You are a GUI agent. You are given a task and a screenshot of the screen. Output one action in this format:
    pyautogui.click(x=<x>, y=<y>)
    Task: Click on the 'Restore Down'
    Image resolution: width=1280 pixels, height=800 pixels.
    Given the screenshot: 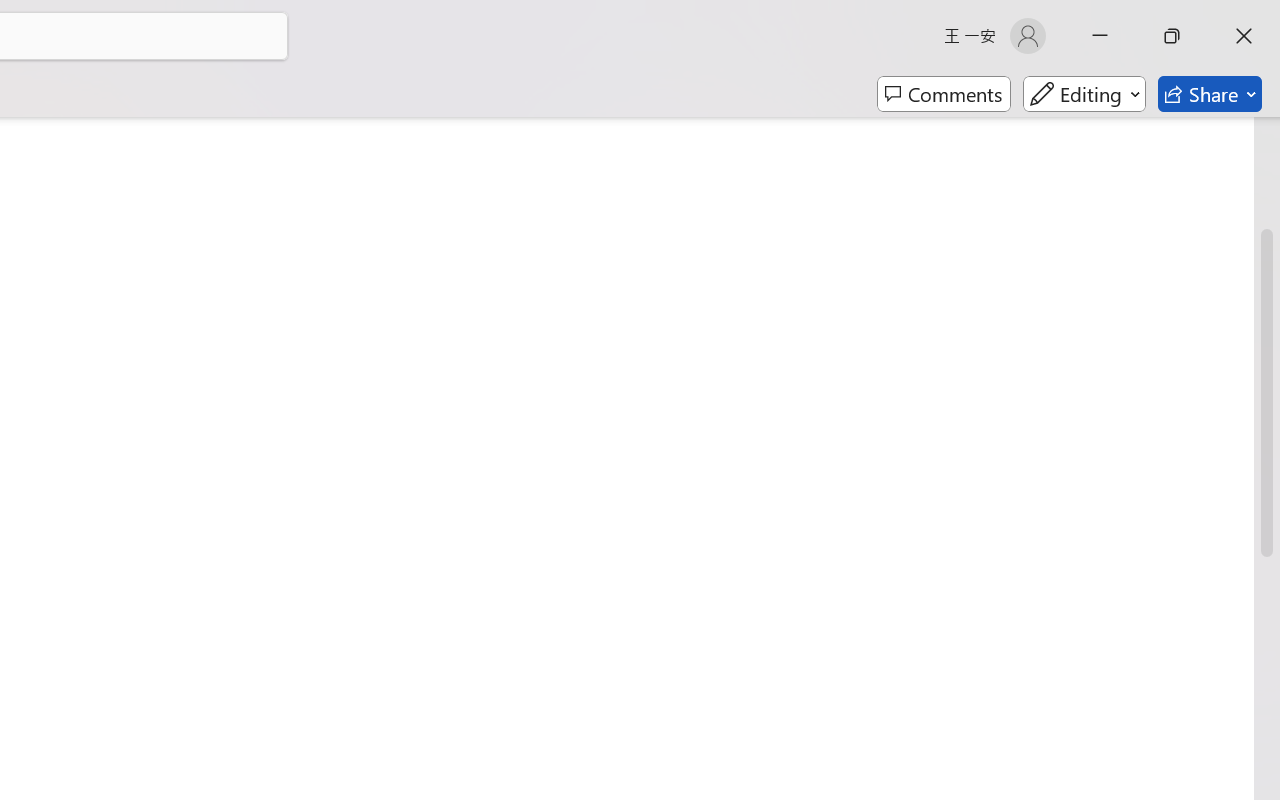 What is the action you would take?
    pyautogui.click(x=1172, y=35)
    